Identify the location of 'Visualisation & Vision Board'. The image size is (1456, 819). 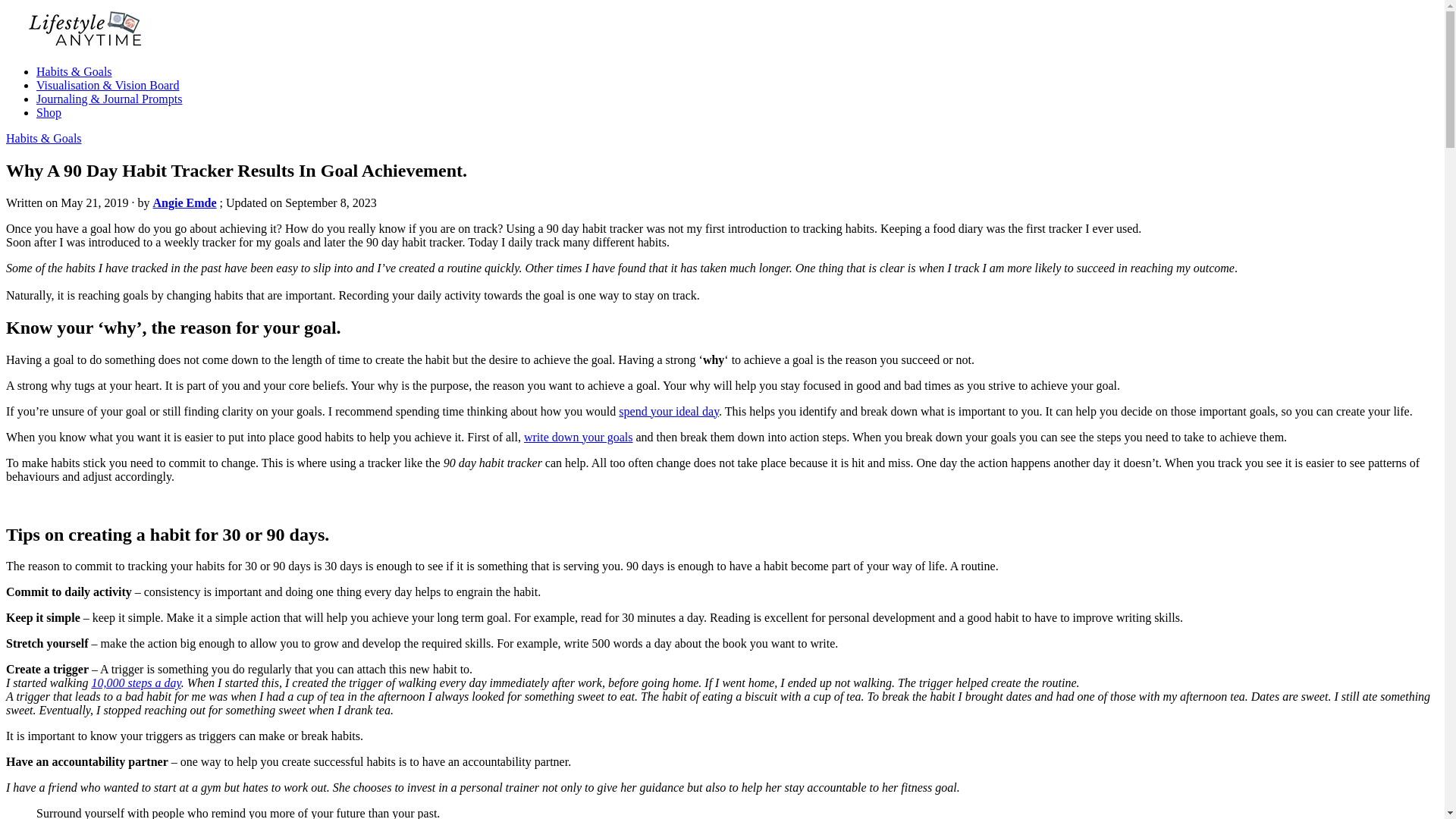
(107, 85).